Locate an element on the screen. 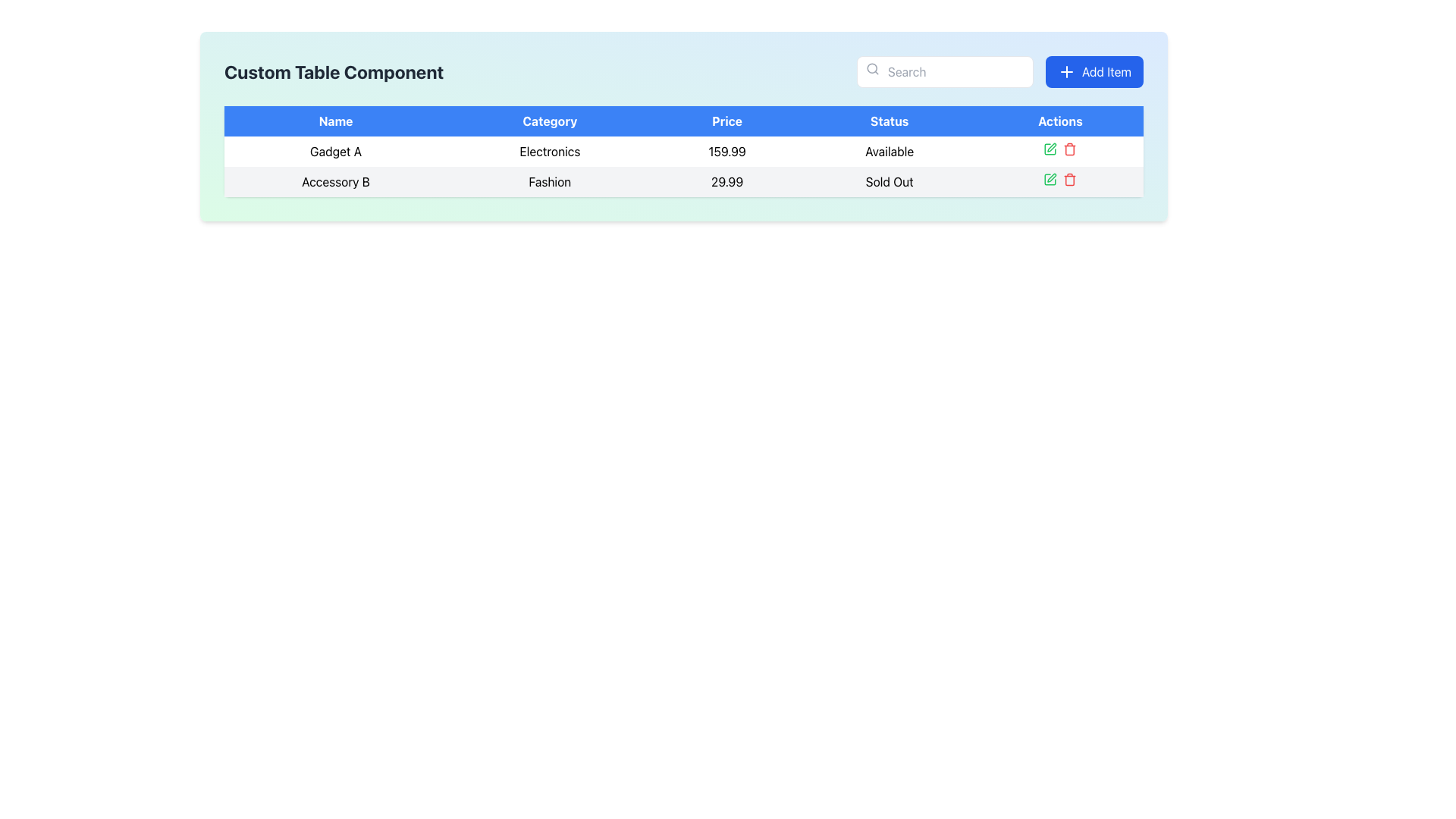 The height and width of the screenshot is (819, 1456). the delete icon button located in the second row of the 'Actions' column, adjacent to the 'Sold Out' status is located at coordinates (1069, 149).